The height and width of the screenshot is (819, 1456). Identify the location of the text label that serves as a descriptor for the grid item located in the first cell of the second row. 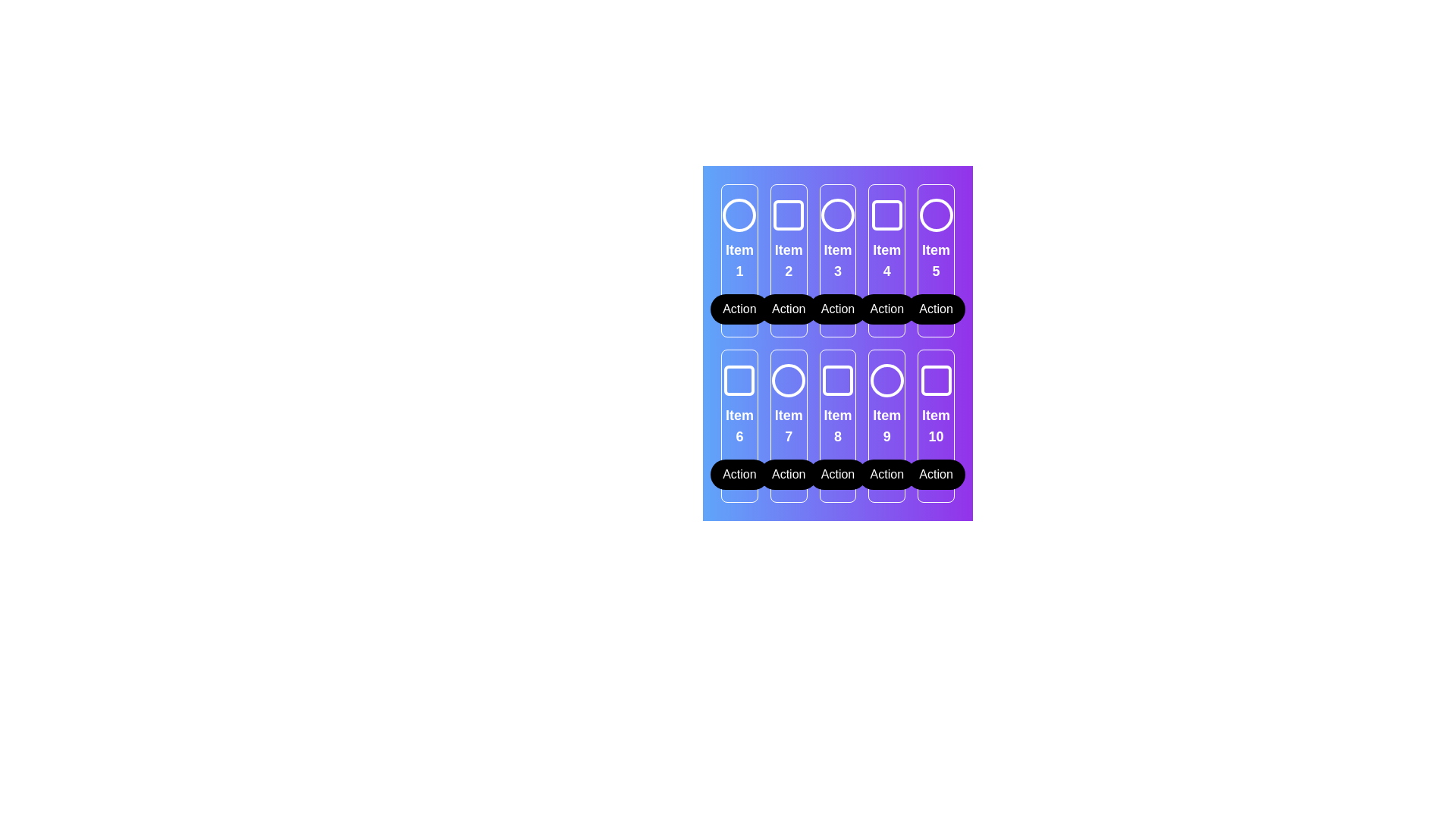
(739, 426).